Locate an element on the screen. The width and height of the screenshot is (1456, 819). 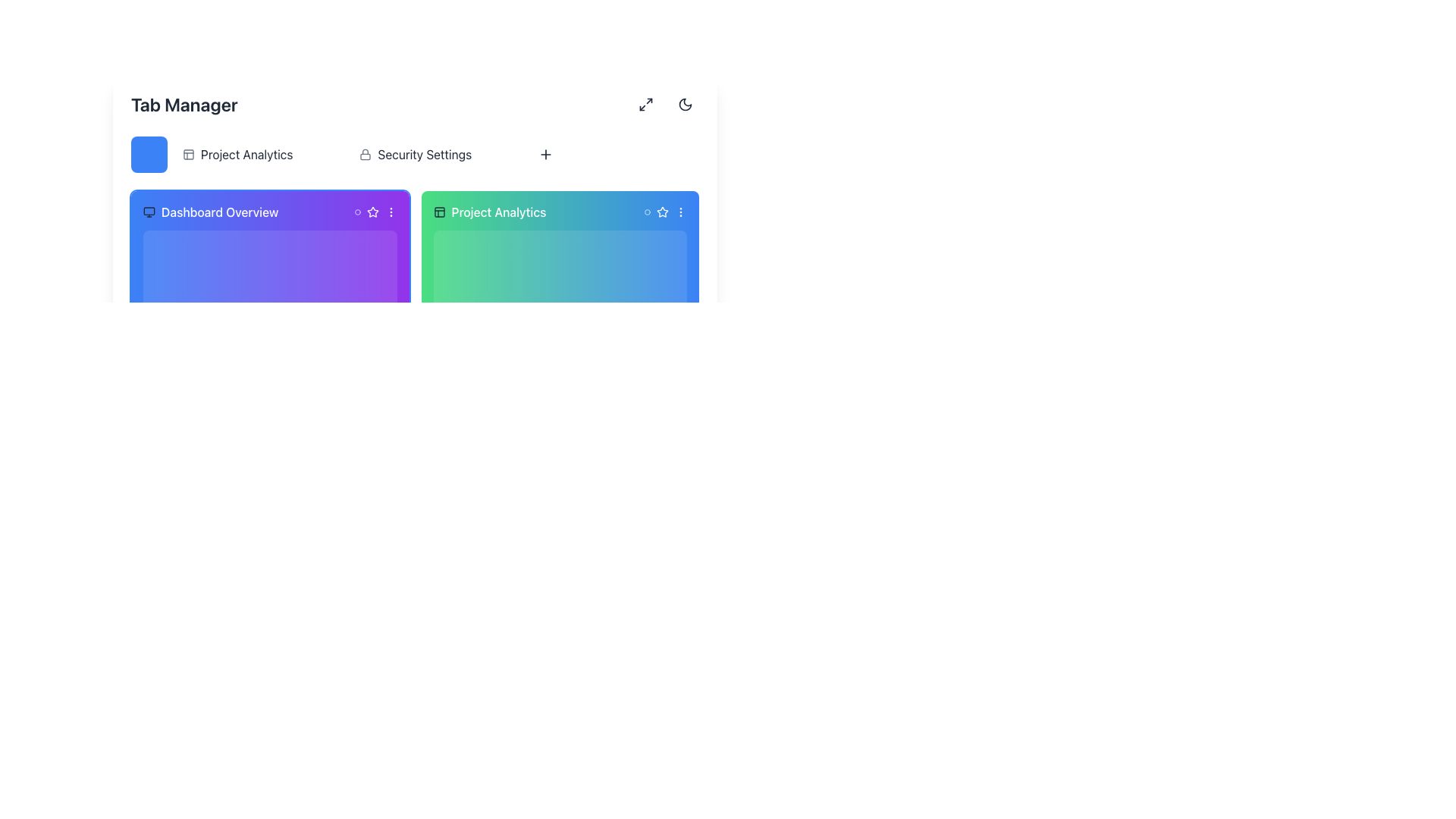
the gray grid-like SVG icon representing a graphical layout, which is located to the left of the 'Project Analytics' text in the top navigation bar is located at coordinates (188, 155).